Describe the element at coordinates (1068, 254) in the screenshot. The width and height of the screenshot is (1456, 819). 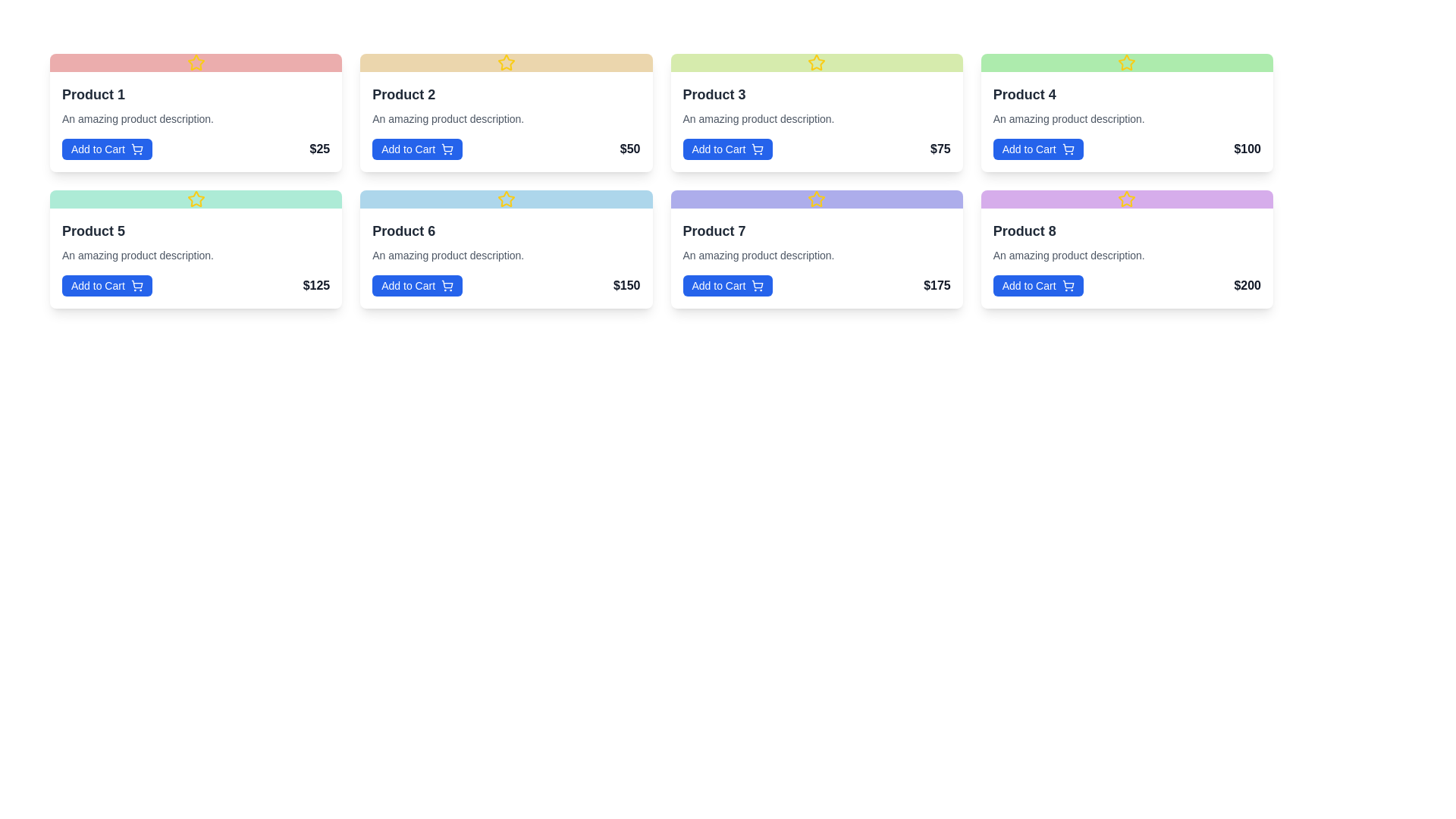
I see `the text component that reads 'An amazing product description.' located under the product title 'Product 8'` at that location.